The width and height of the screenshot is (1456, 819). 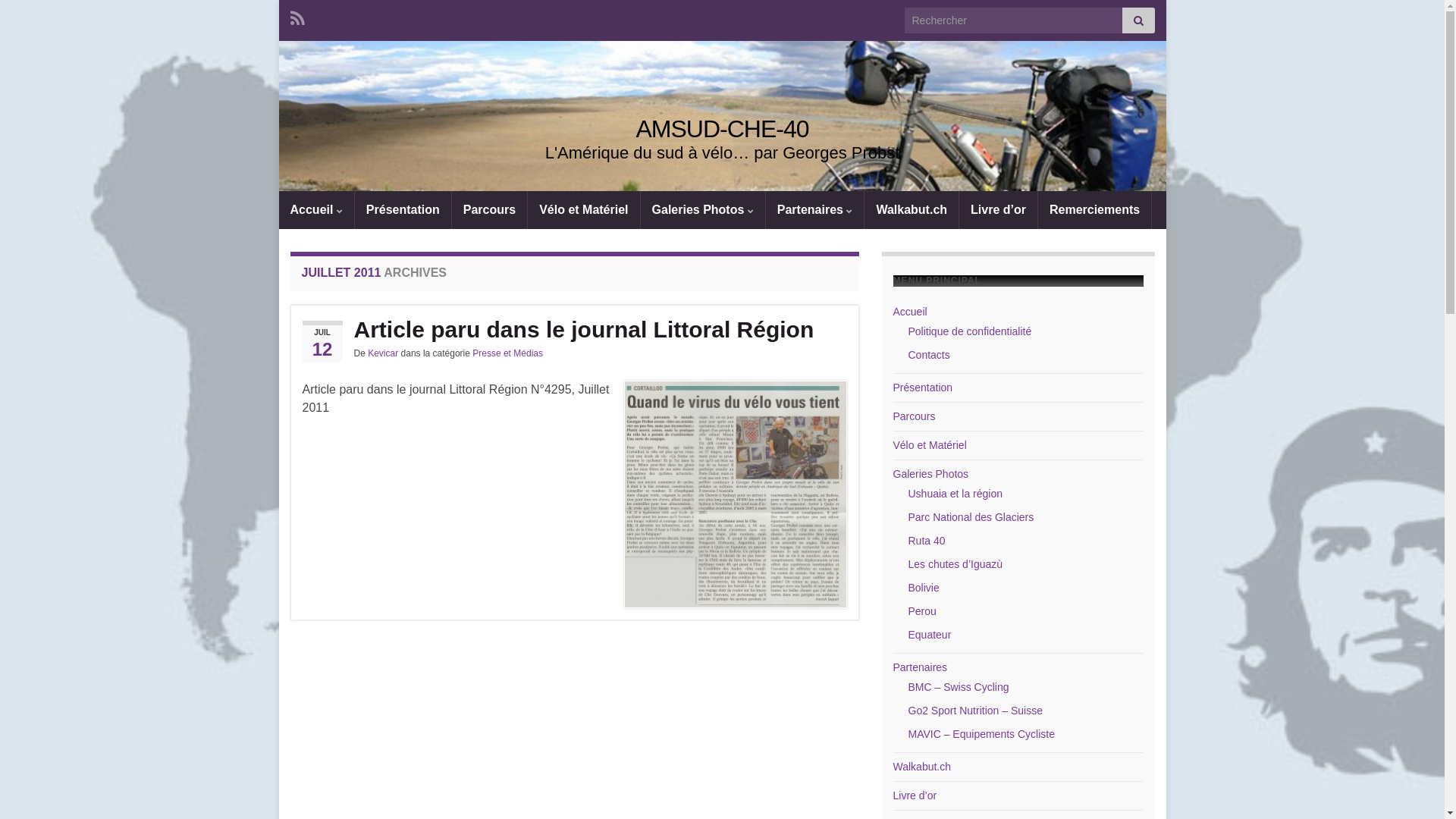 I want to click on 'Perou', so click(x=921, y=610).